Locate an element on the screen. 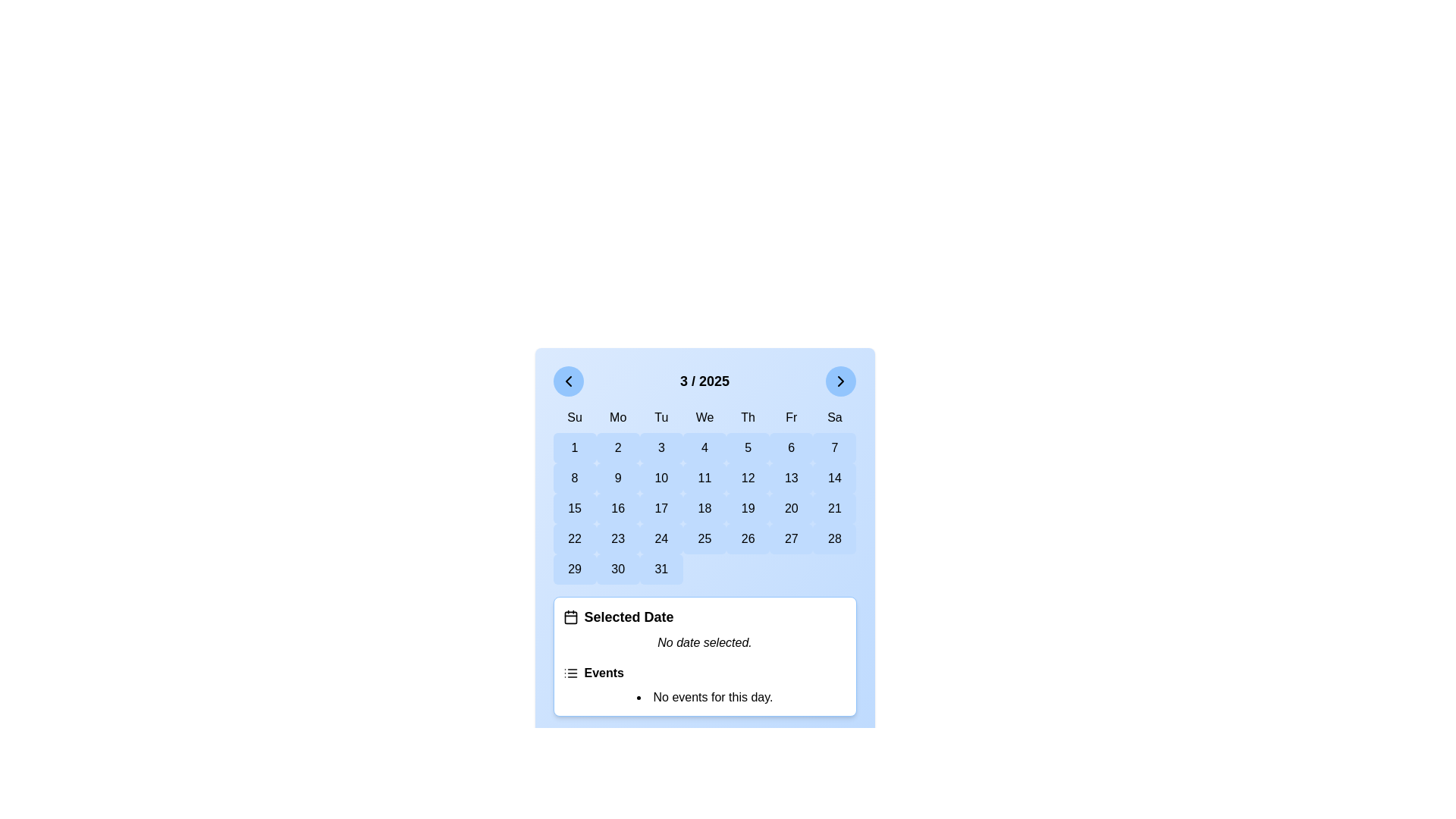 The width and height of the screenshot is (1456, 819). the selectable date button for '18' in the calendar widget to observe style changes is located at coordinates (704, 509).